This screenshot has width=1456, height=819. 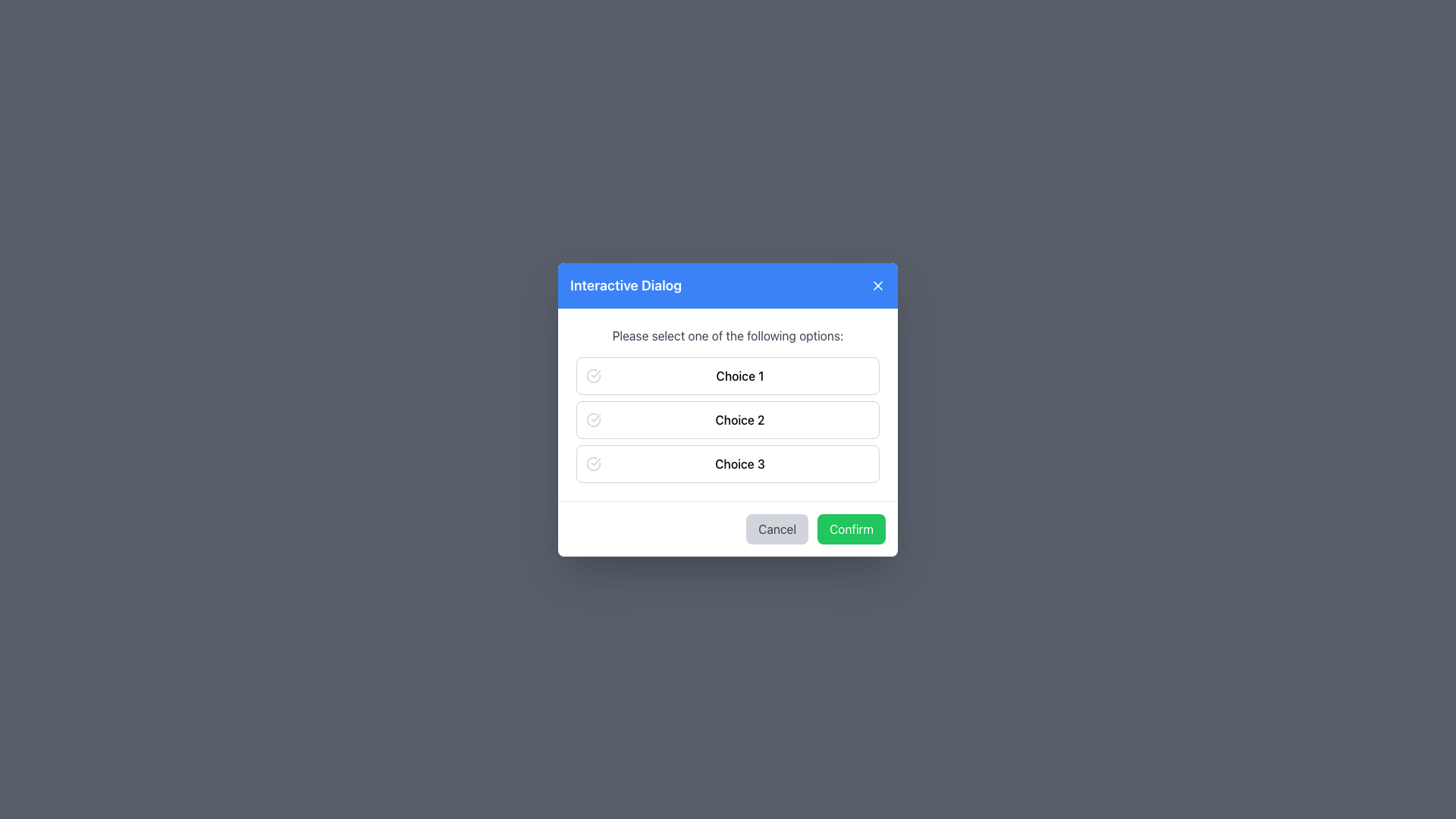 What do you see at coordinates (852, 528) in the screenshot?
I see `the 'Confirm' button, which is a rectangular button with rounded corners and styled with a green background and white text, to change its background color` at bounding box center [852, 528].